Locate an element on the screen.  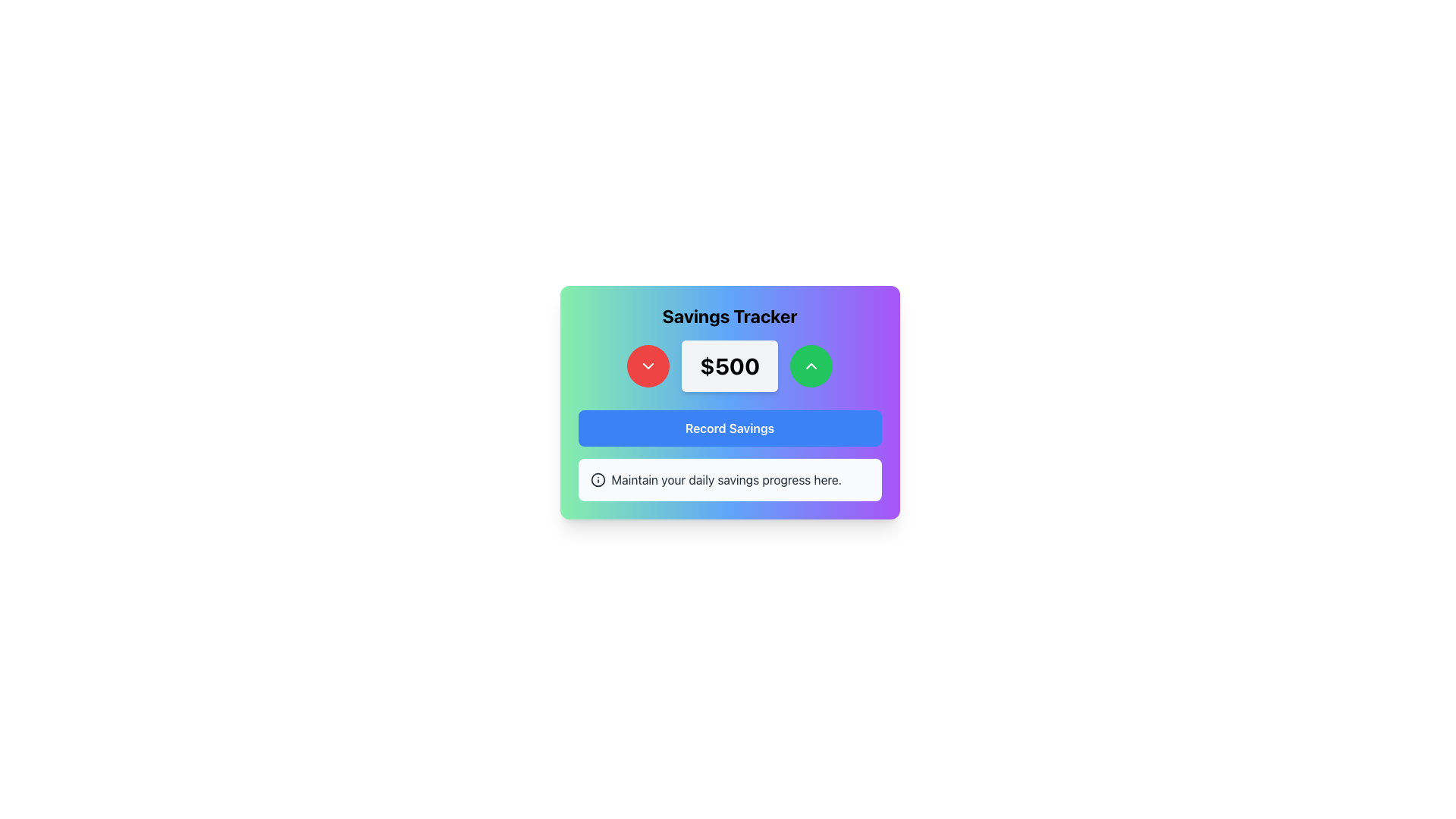
the monetary value display located centrally within the 'Savings Tracker' card, positioned beneath the title and between a red circular button on the left and a green circular button on the right is located at coordinates (730, 366).